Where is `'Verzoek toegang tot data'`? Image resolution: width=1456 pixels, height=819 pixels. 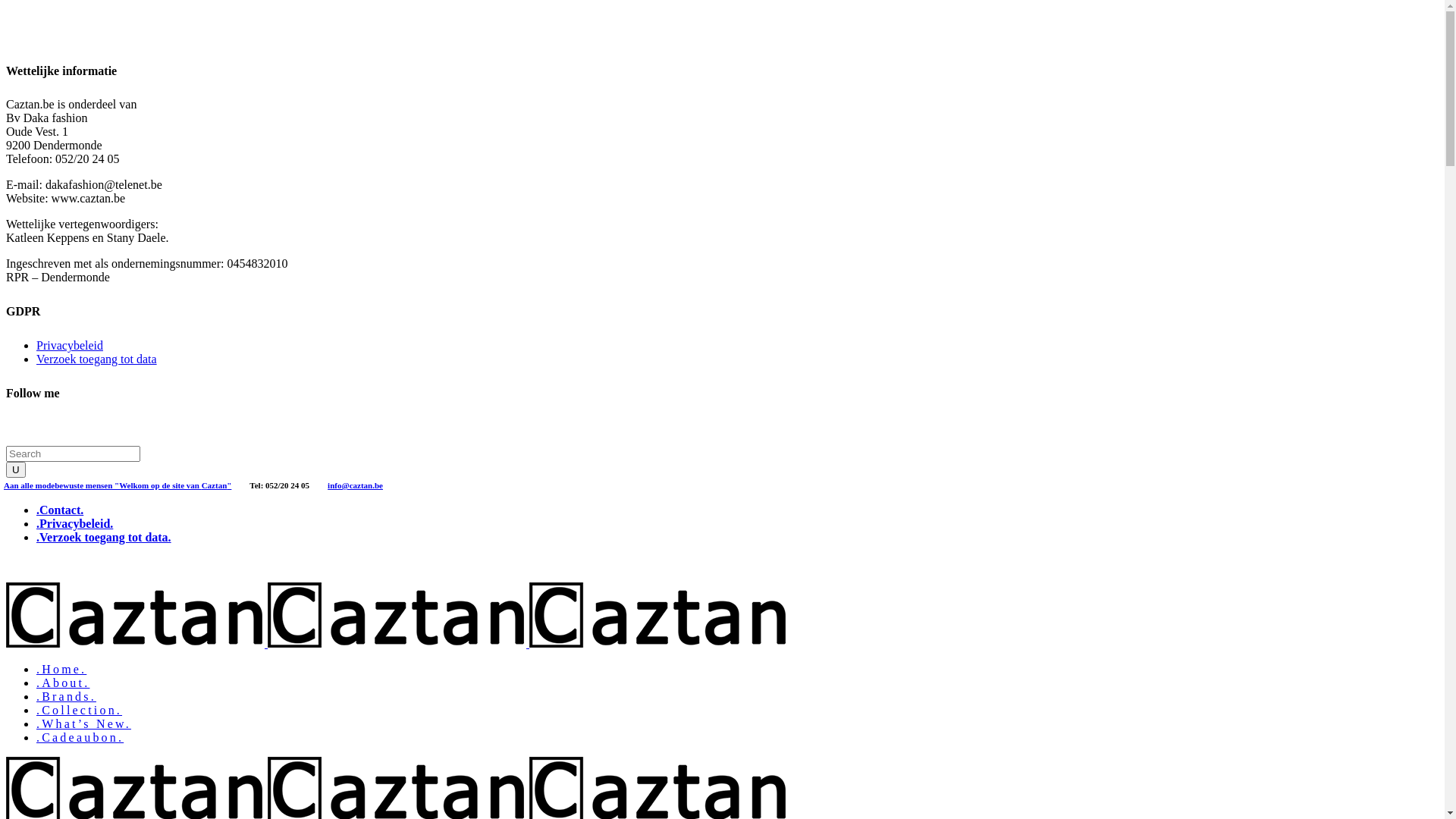
'Verzoek toegang tot data' is located at coordinates (96, 359).